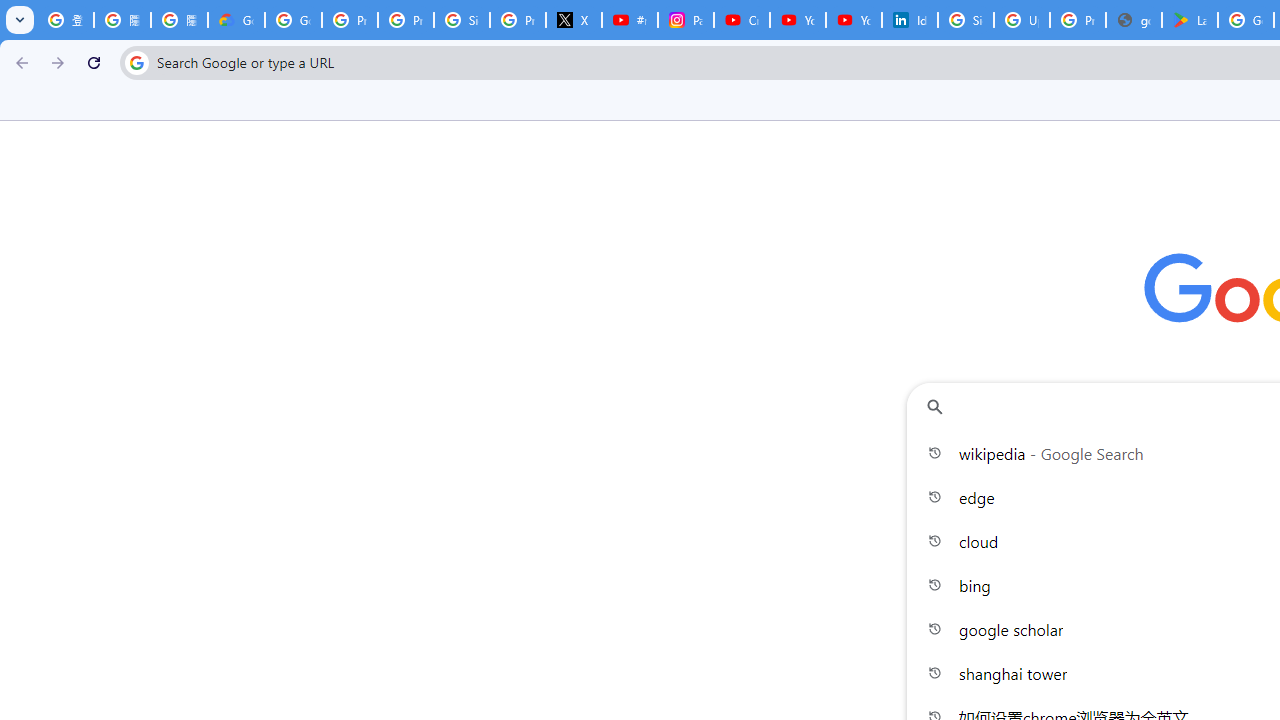 This screenshot has width=1280, height=720. What do you see at coordinates (909, 20) in the screenshot?
I see `'Identity verification via Persona | LinkedIn Help'` at bounding box center [909, 20].